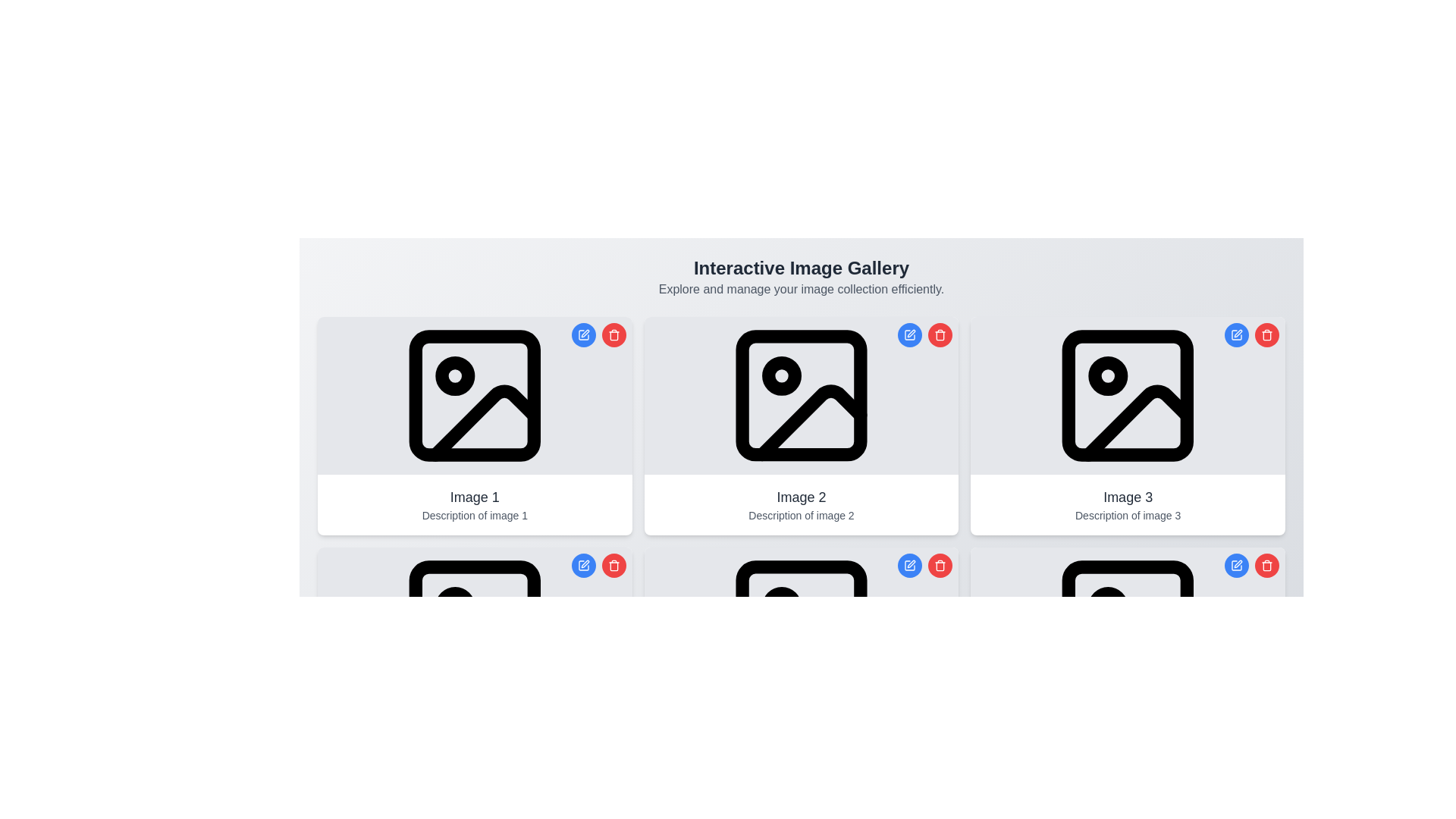 Image resolution: width=1456 pixels, height=819 pixels. What do you see at coordinates (582, 565) in the screenshot?
I see `the edit icon located at the top right corner of the card labeled 'Image 2' to initiate the editing function` at bounding box center [582, 565].